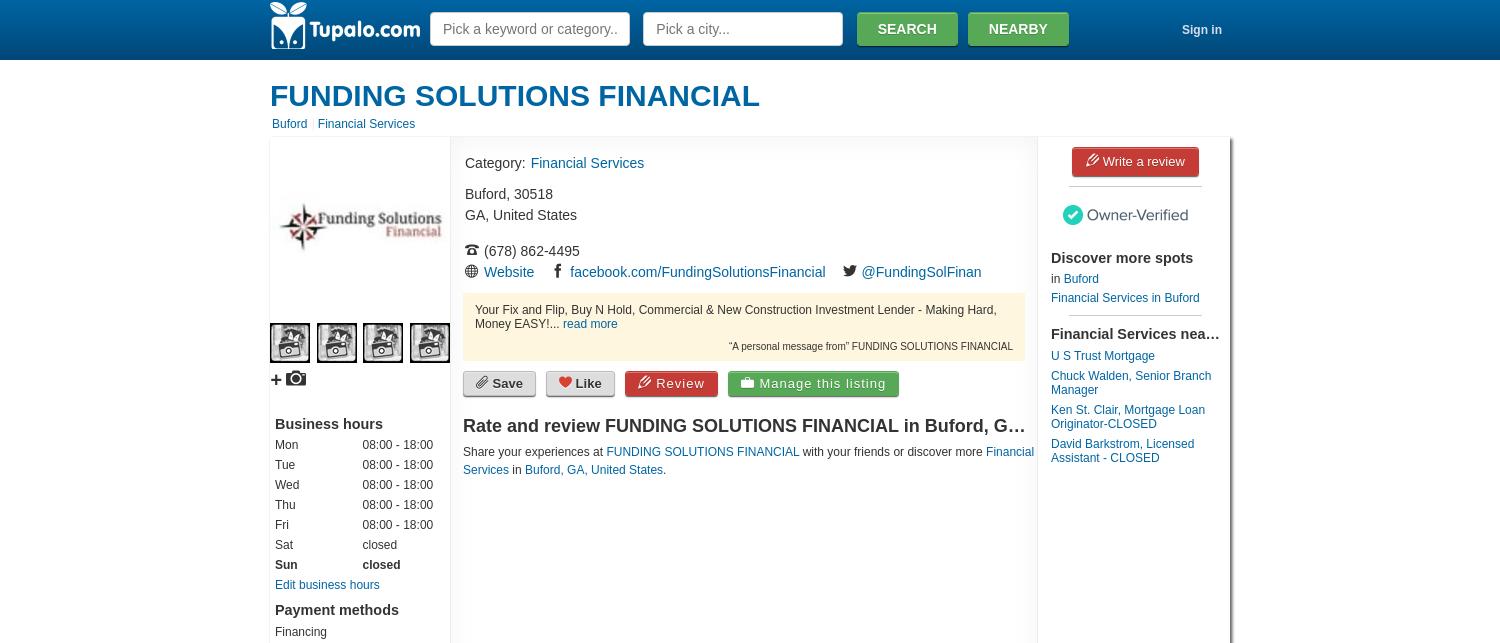  I want to click on 'United States', so click(535, 215).